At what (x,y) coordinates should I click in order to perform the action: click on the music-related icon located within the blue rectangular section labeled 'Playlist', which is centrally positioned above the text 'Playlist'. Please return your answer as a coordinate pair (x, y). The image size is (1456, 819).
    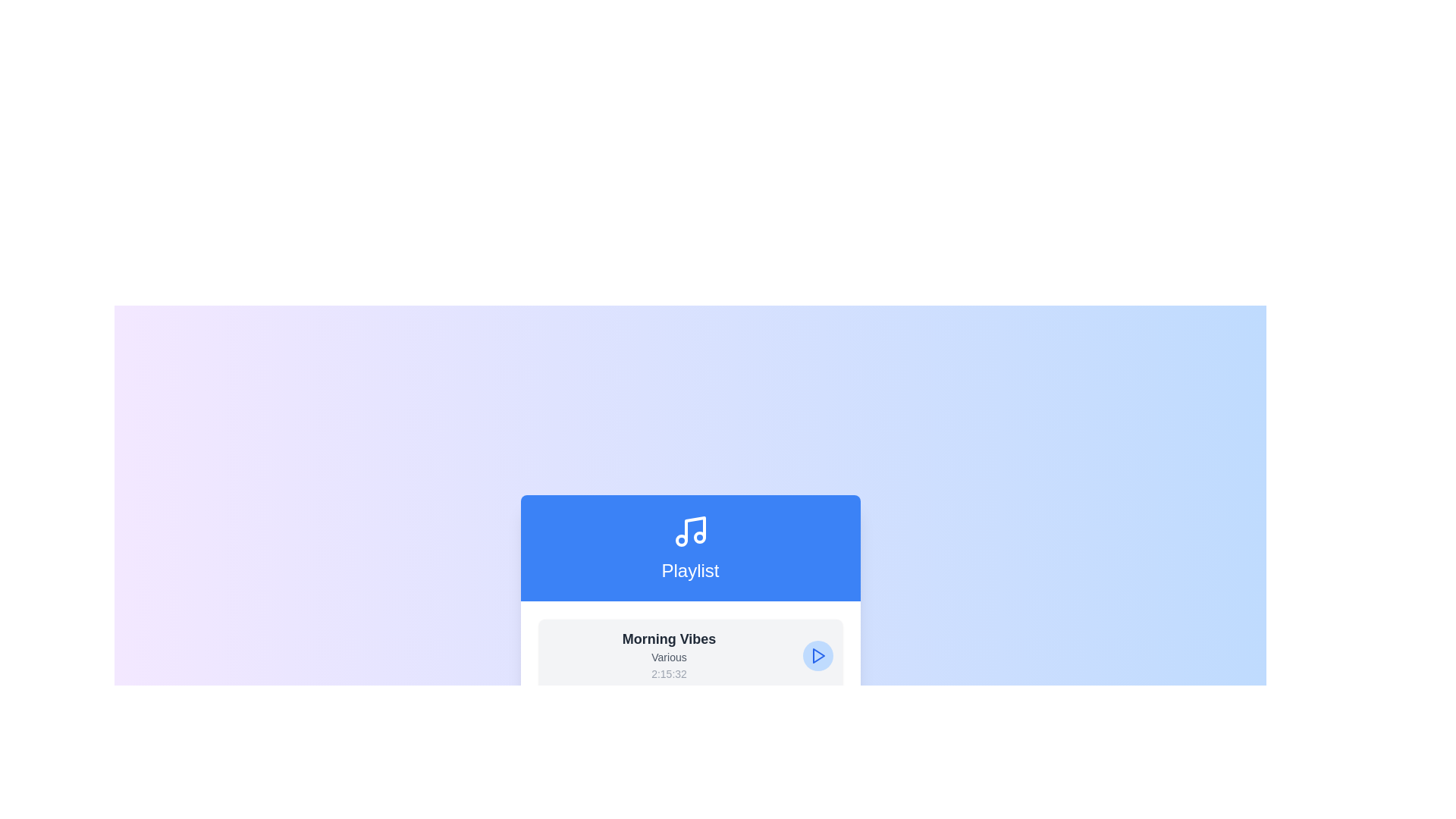
    Looking at the image, I should click on (689, 531).